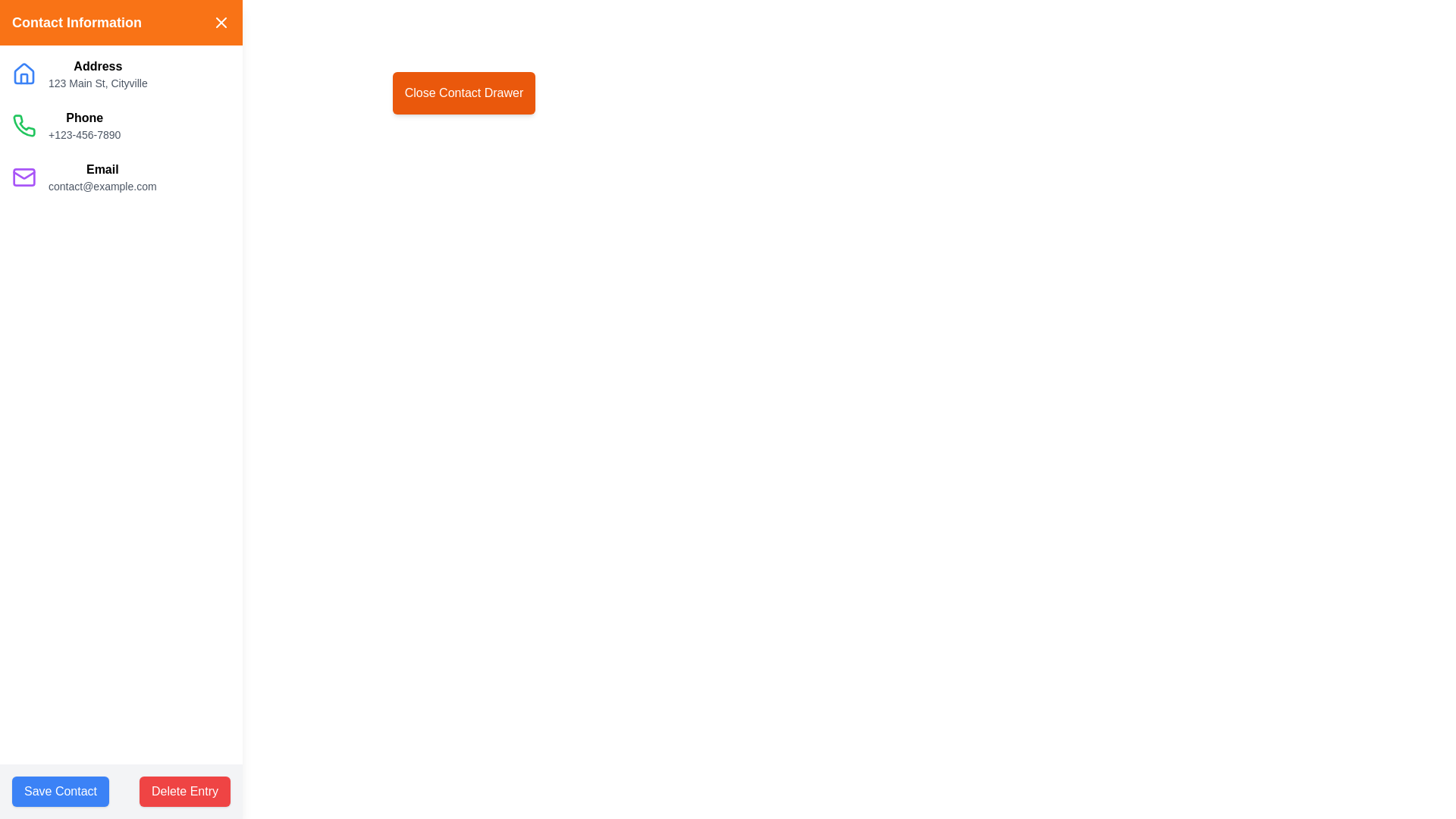 The height and width of the screenshot is (819, 1456). I want to click on the bold text label indicating 'Email', which precedes the contact email address and is accompanied by a purple email icon, so click(102, 169).